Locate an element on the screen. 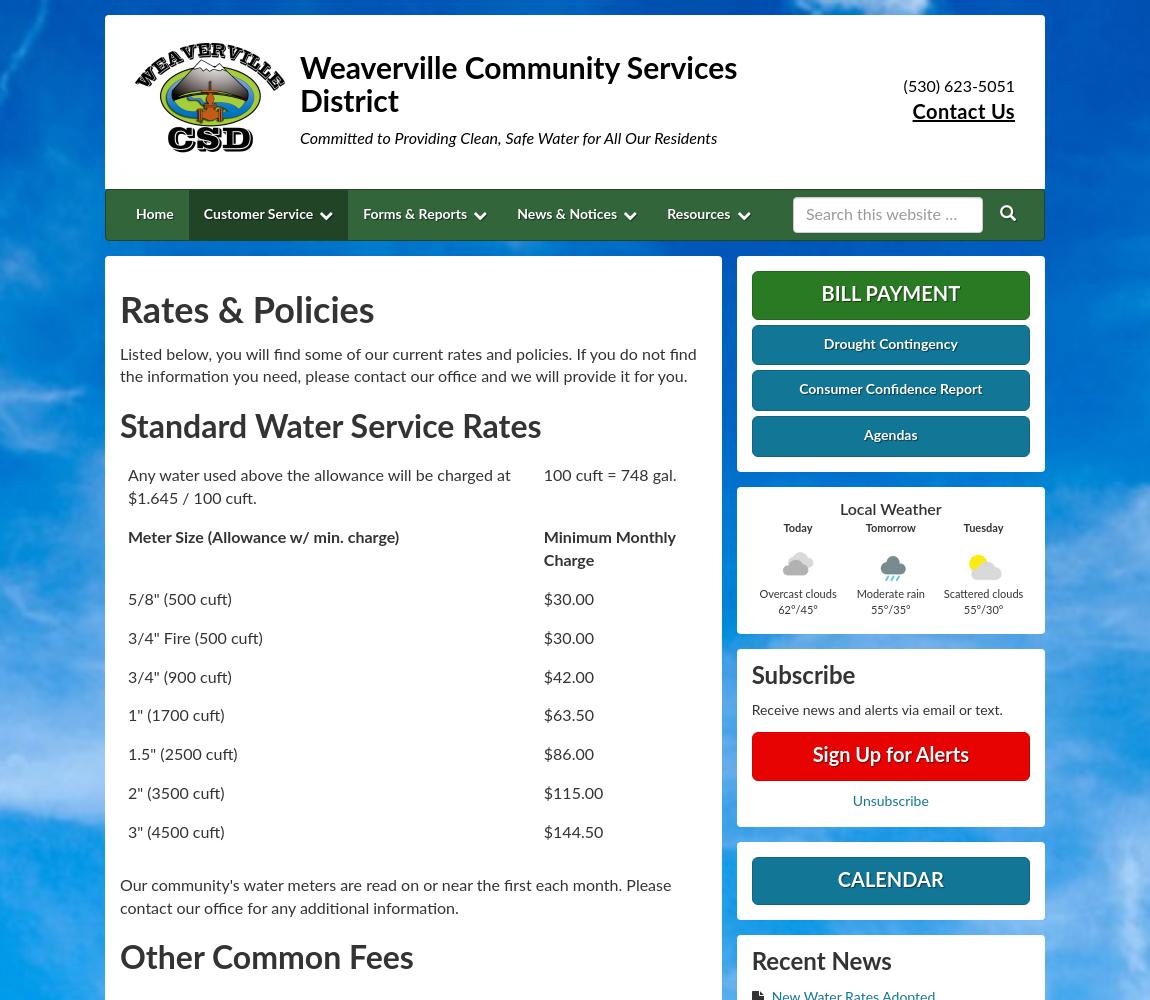 This screenshot has height=1000, width=1150. 'Weaverville Community Services District' is located at coordinates (518, 85).